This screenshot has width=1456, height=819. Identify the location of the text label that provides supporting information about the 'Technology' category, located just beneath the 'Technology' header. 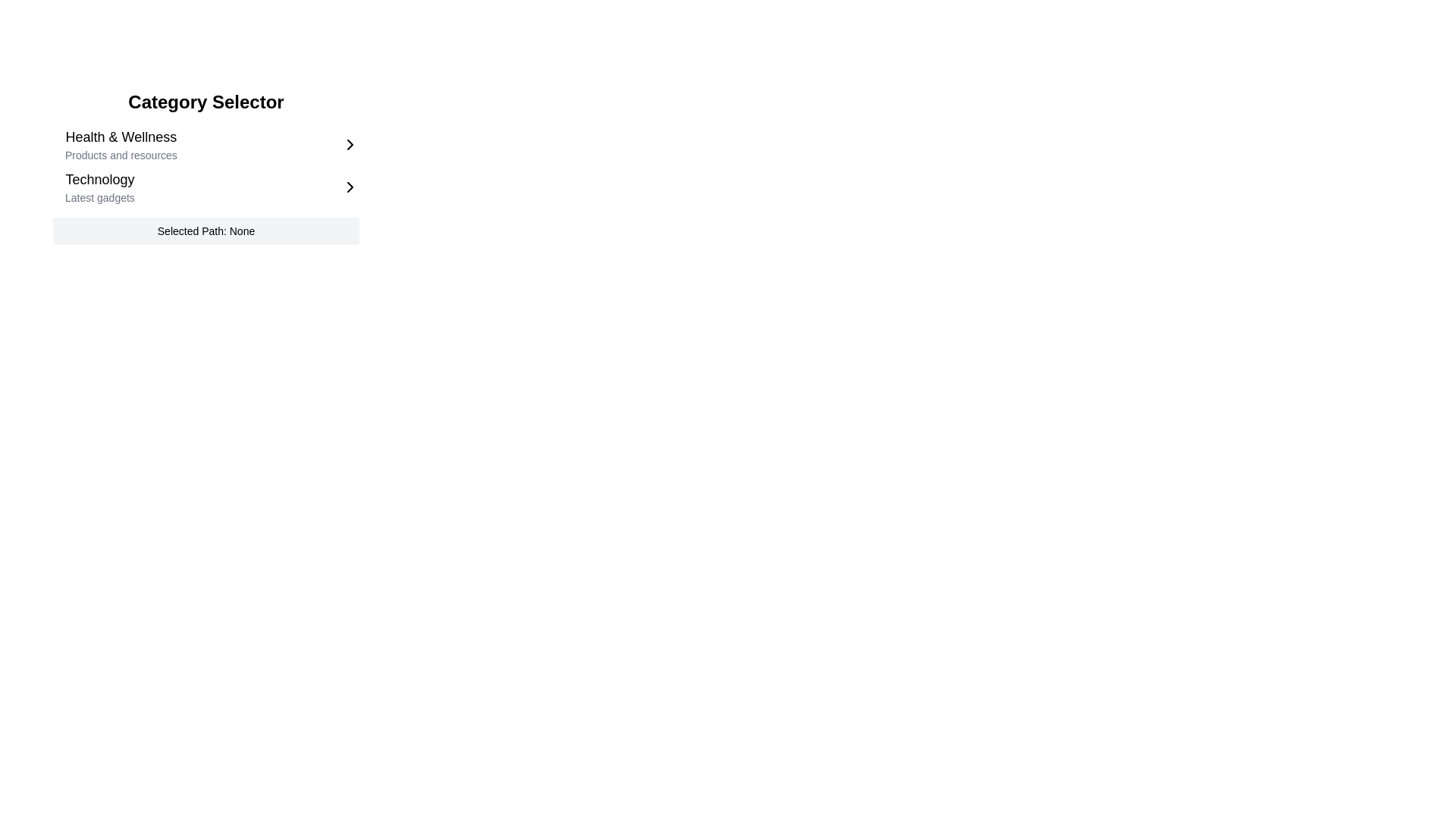
(99, 197).